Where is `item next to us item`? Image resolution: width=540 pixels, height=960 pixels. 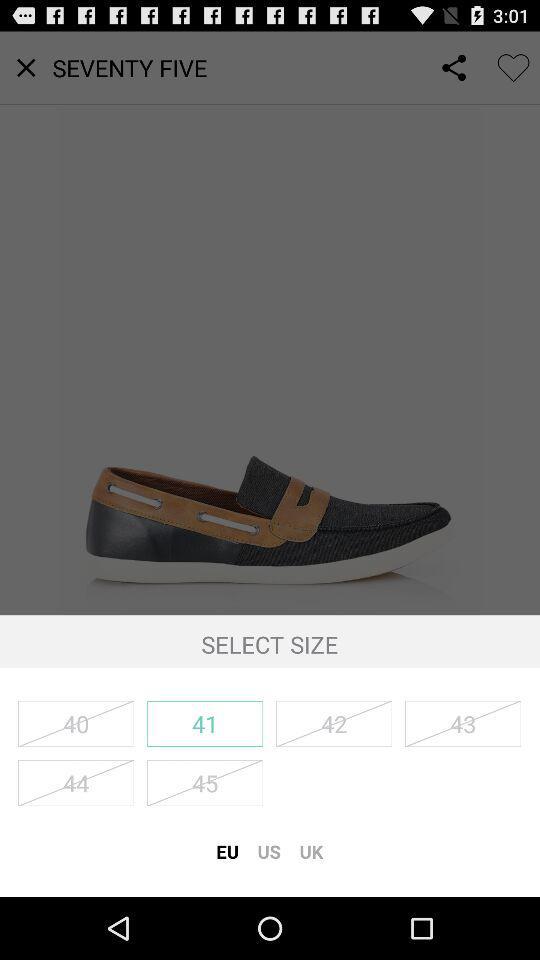 item next to us item is located at coordinates (311, 850).